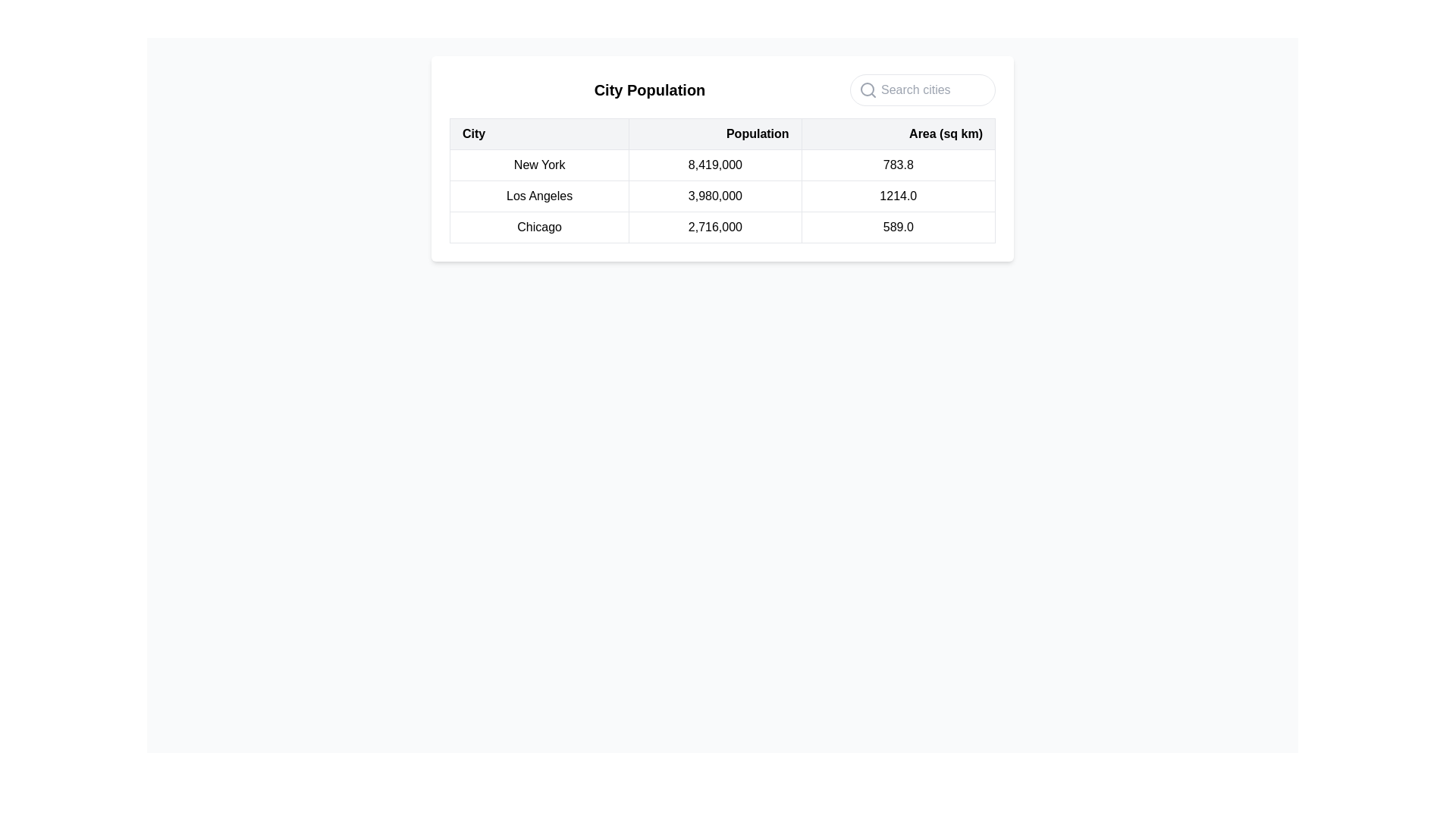 This screenshot has height=819, width=1456. Describe the element at coordinates (722, 195) in the screenshot. I see `the second row of the data table that presents information about Los Angeles` at that location.